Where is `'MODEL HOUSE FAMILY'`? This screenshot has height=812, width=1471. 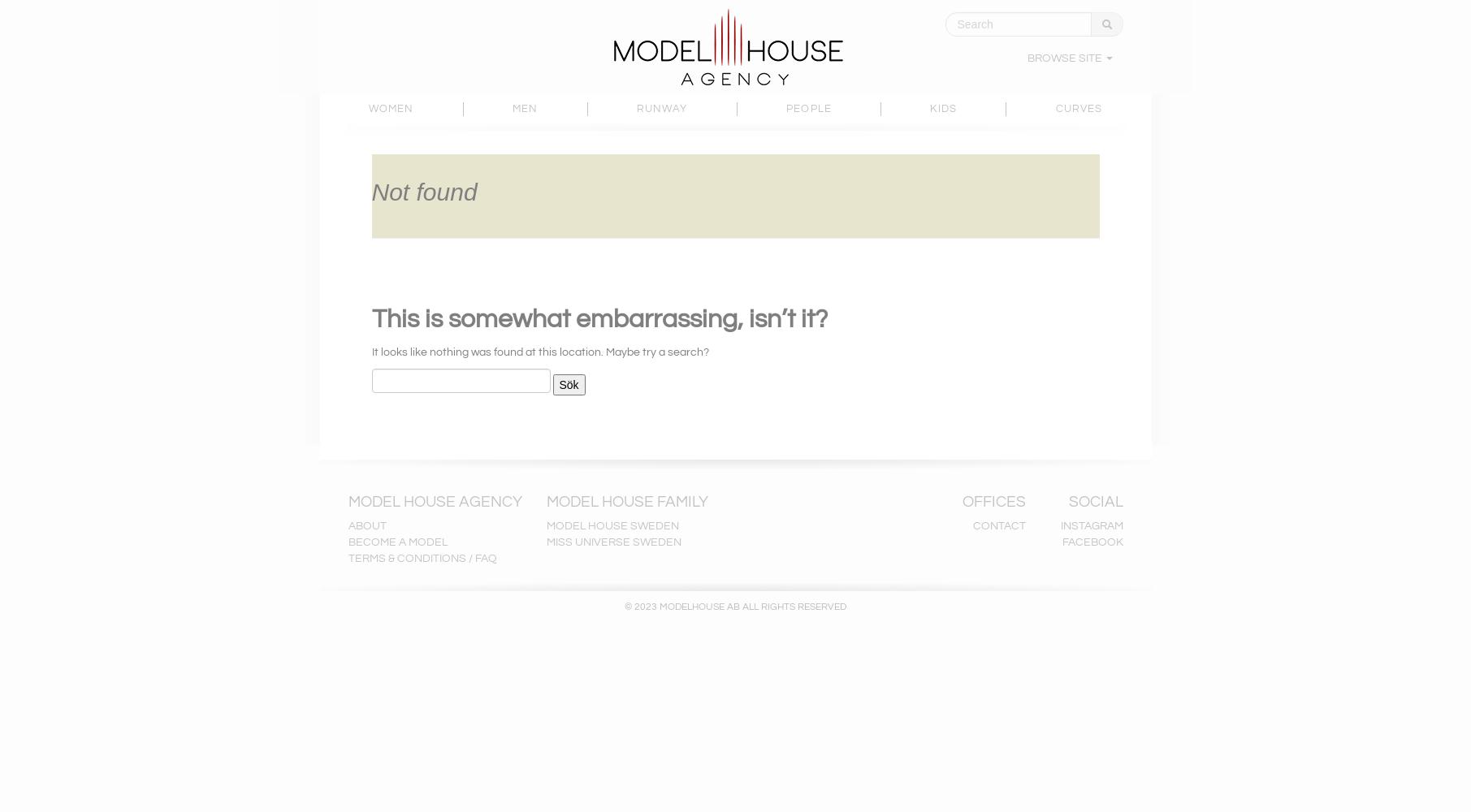 'MODEL HOUSE FAMILY' is located at coordinates (626, 501).